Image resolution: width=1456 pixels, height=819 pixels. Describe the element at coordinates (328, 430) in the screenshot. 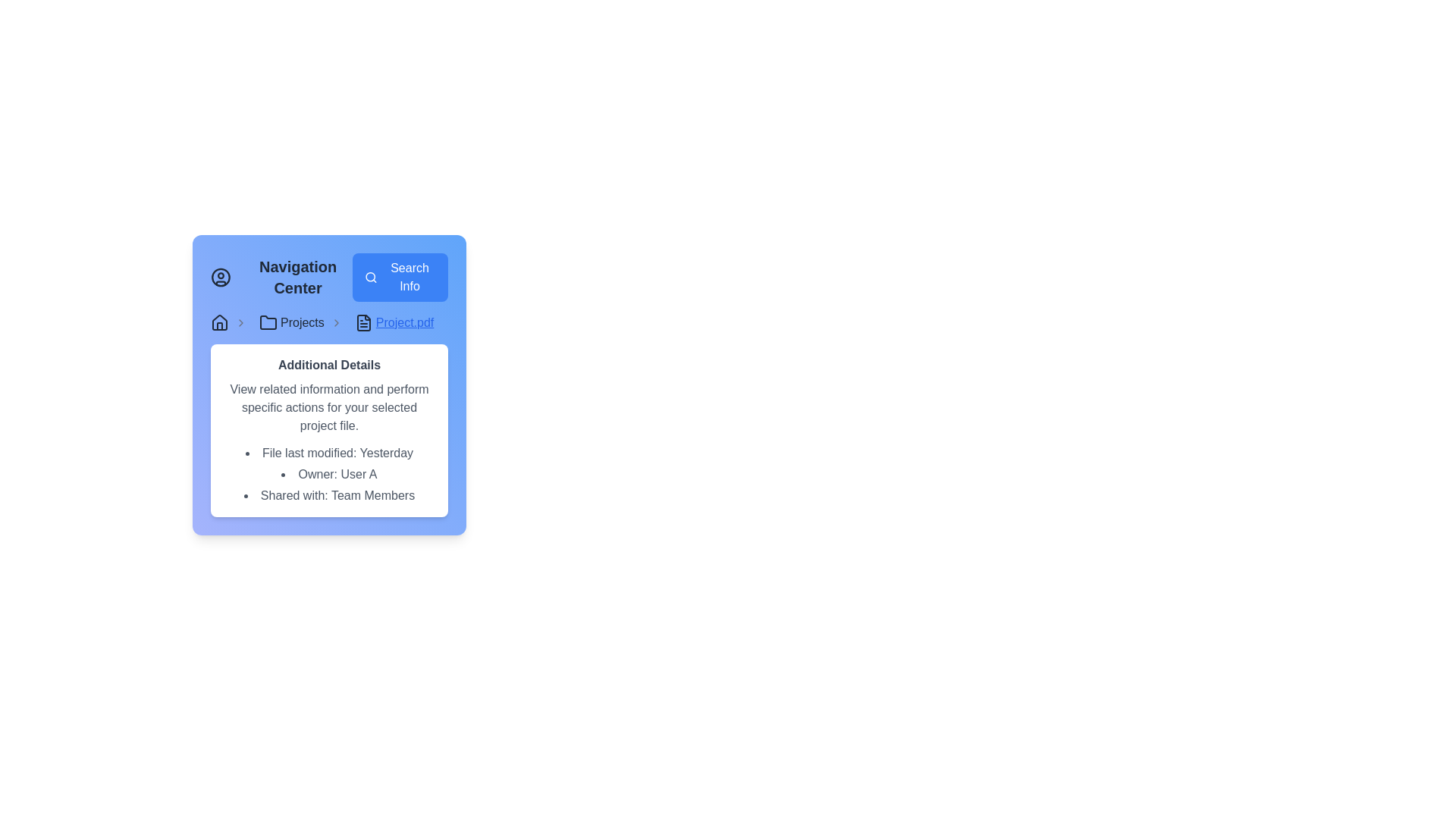

I see `details presented in the Informational card that contains 'Additional Details' and actionable information about file modification date, owner, and shared members` at that location.